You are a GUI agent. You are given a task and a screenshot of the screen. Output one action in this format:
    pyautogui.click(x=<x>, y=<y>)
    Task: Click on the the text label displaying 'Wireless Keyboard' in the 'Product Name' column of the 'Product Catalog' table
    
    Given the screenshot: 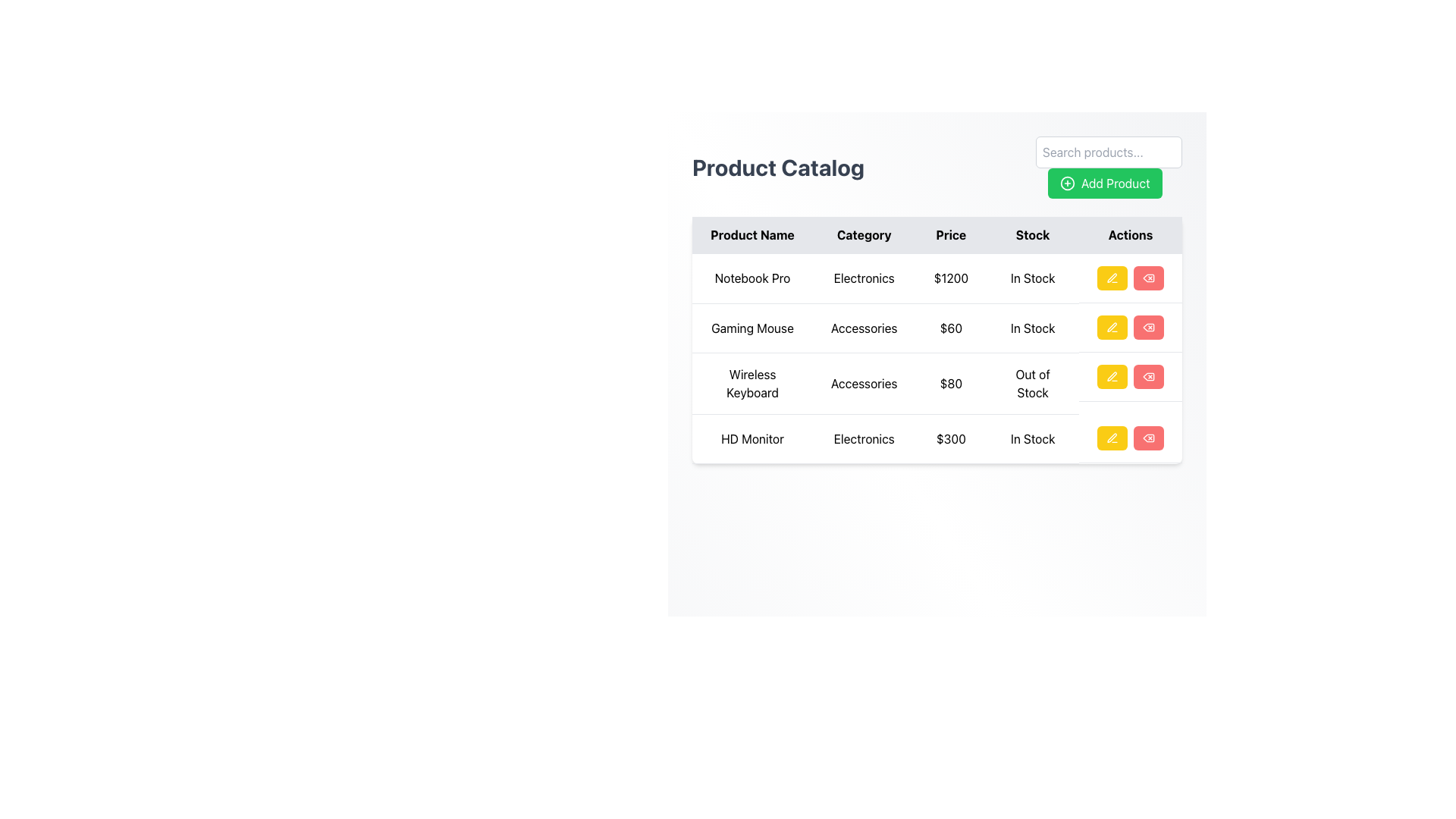 What is the action you would take?
    pyautogui.click(x=752, y=382)
    